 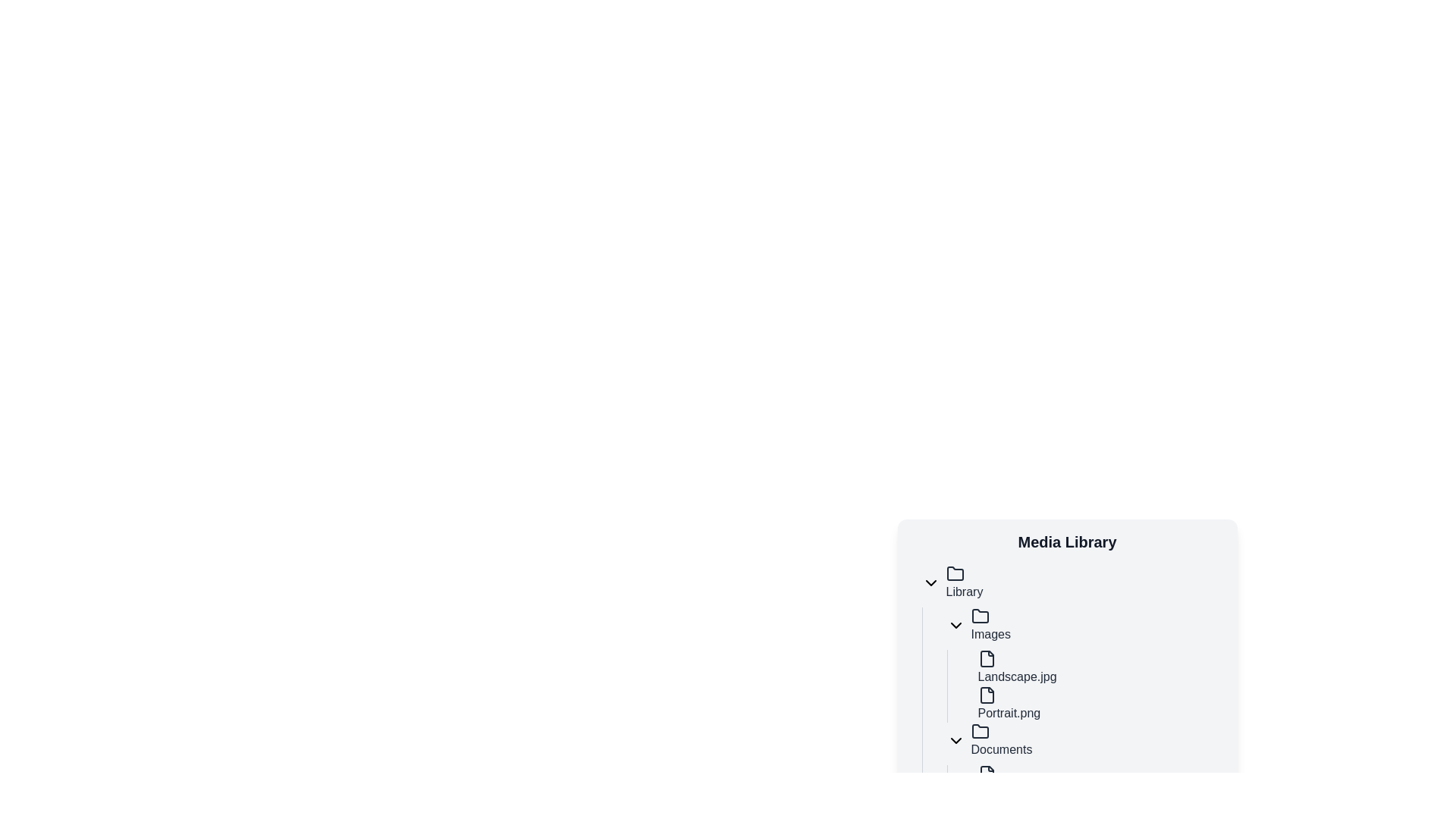 I want to click on the text label 'Library' which is styled in gray color and located beneath a folder icon in the media library interface, so click(x=964, y=582).